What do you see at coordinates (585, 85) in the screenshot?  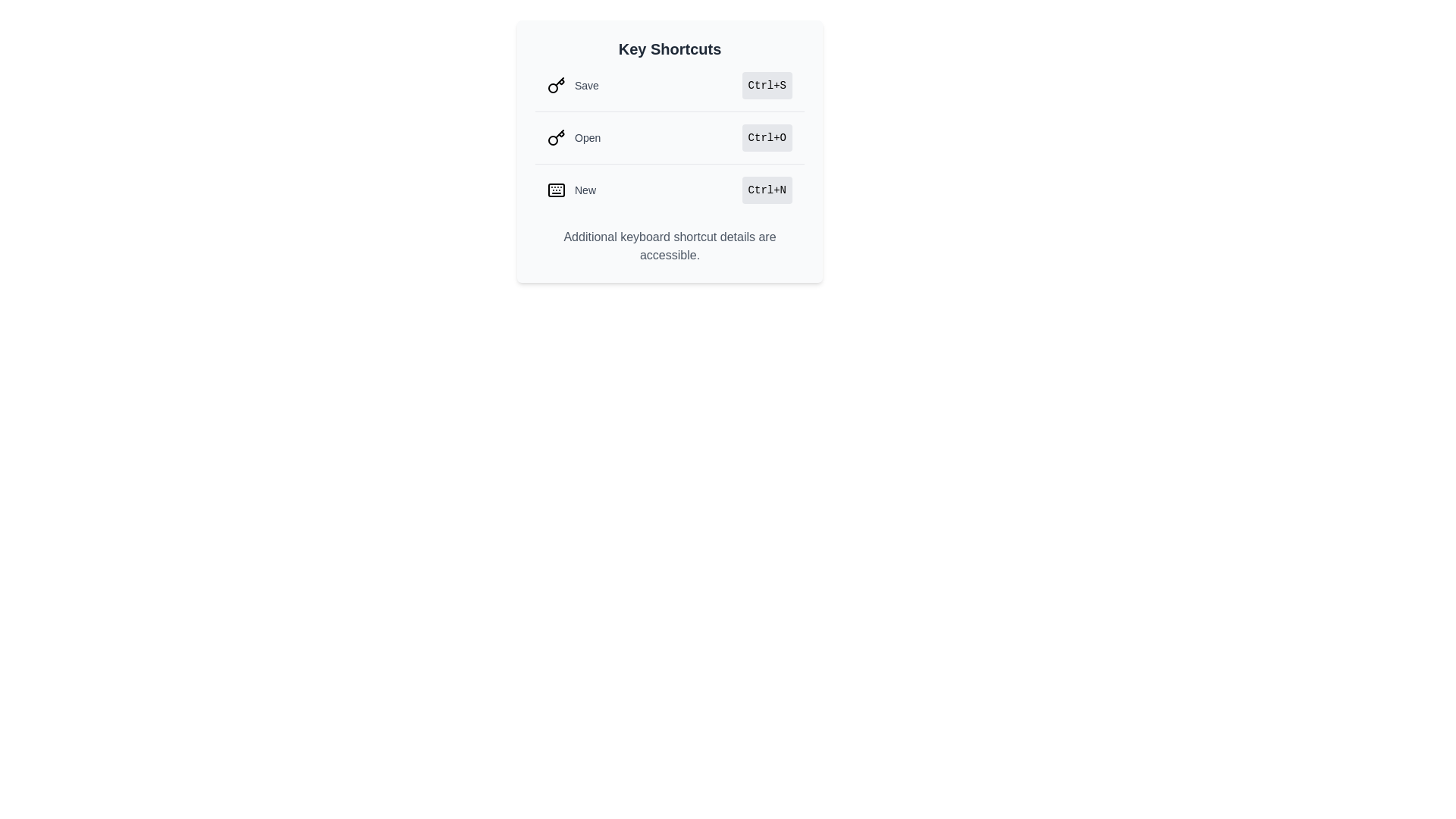 I see `the 'Save' text label in the keyboard shortcuts list, which is styled in gray and appears next to a key icon` at bounding box center [585, 85].